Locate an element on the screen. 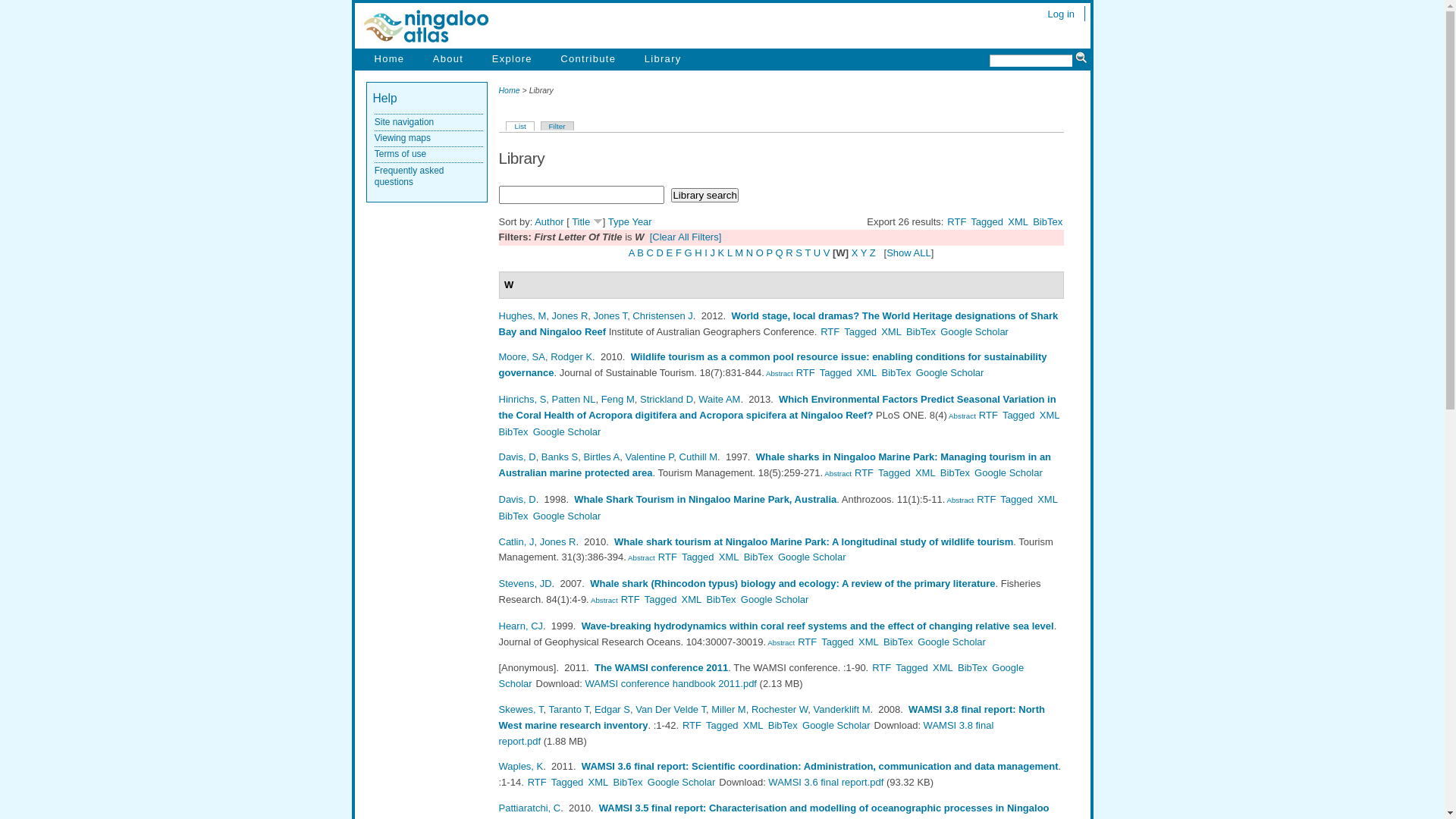  'Feng M' is located at coordinates (618, 398).